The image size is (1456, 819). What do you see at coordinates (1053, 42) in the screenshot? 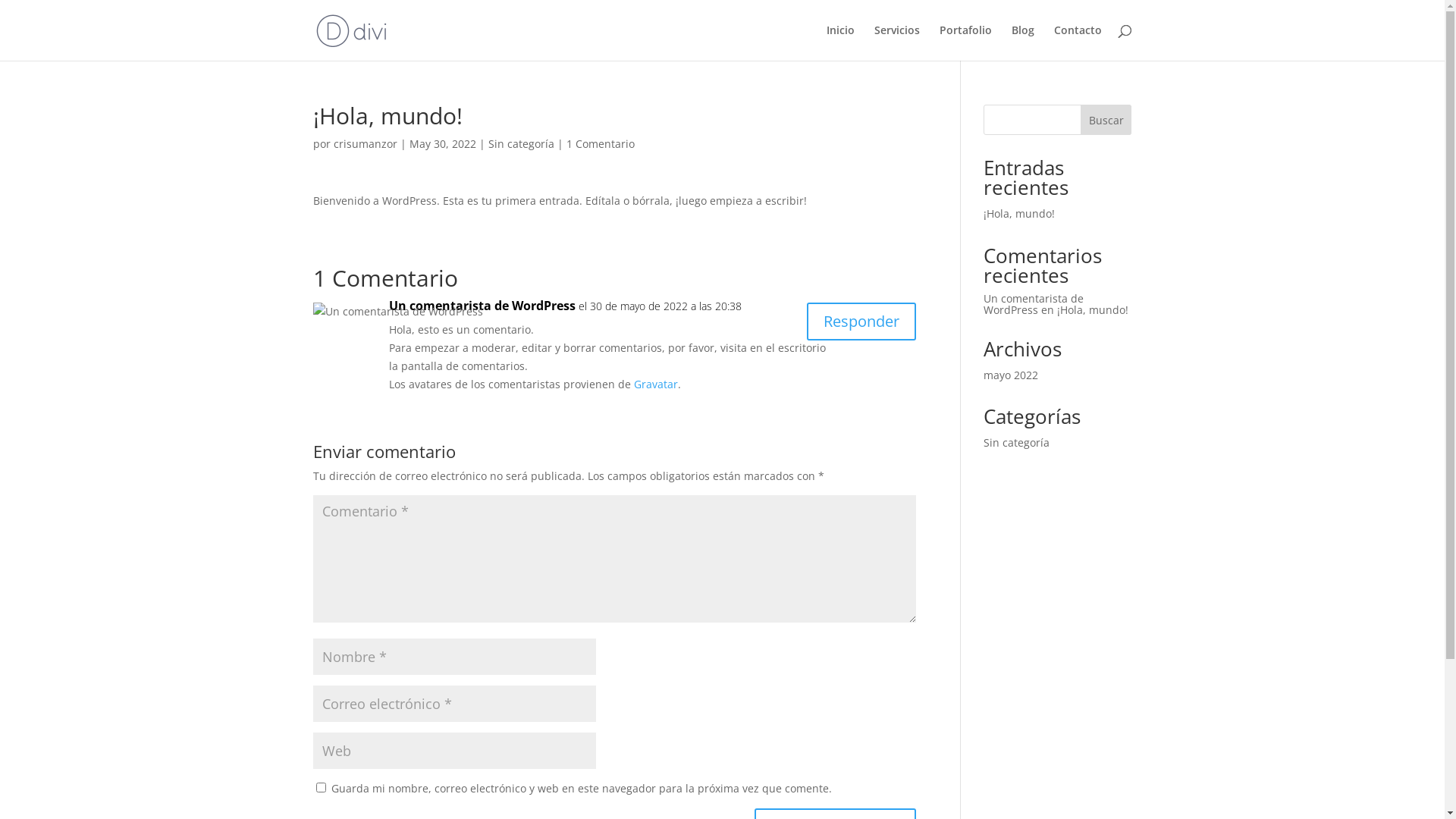
I see `'Contacto'` at bounding box center [1053, 42].